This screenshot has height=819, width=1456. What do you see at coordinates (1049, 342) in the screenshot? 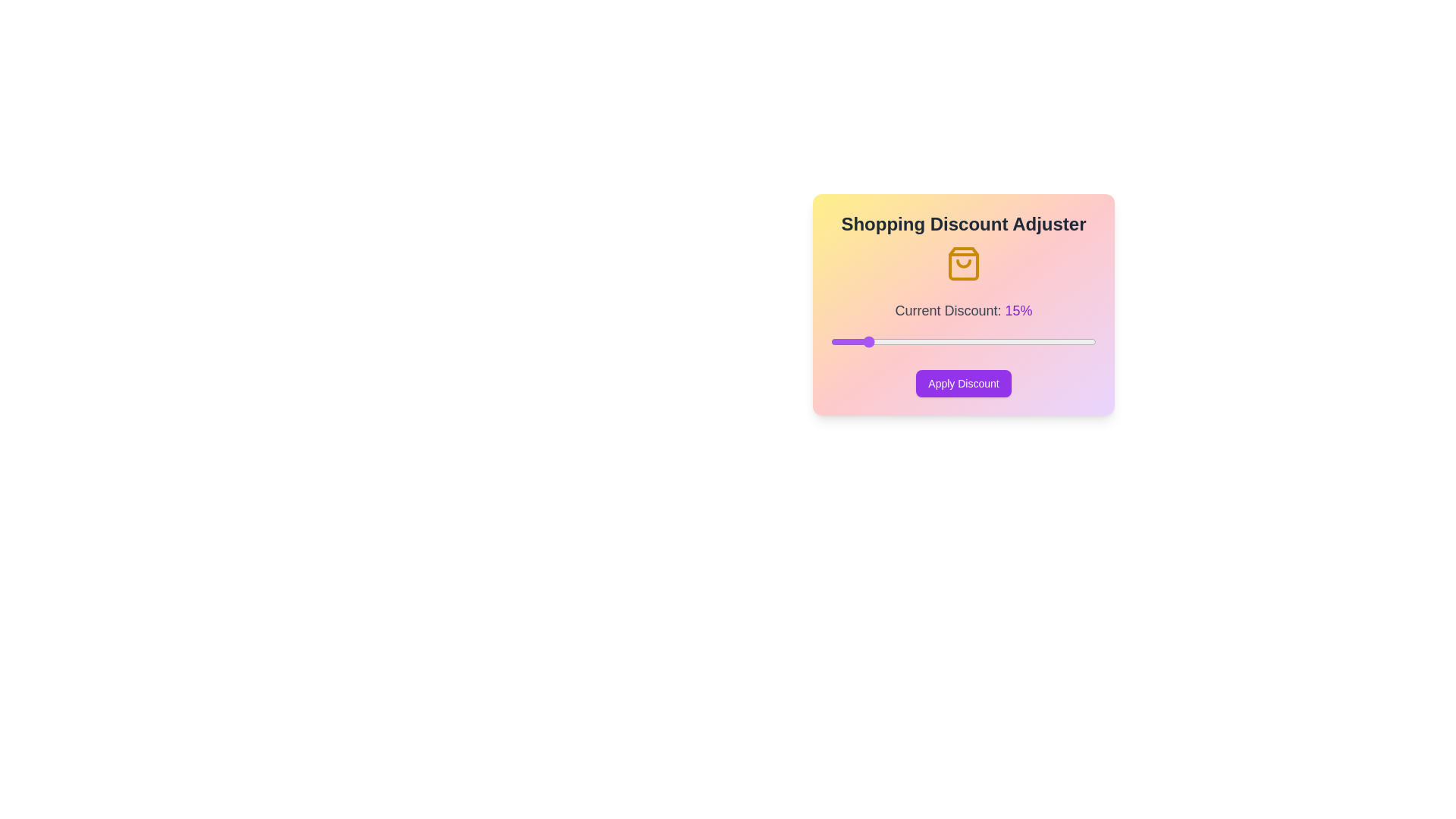
I see `the discount slider to set the discount percentage to 43` at bounding box center [1049, 342].